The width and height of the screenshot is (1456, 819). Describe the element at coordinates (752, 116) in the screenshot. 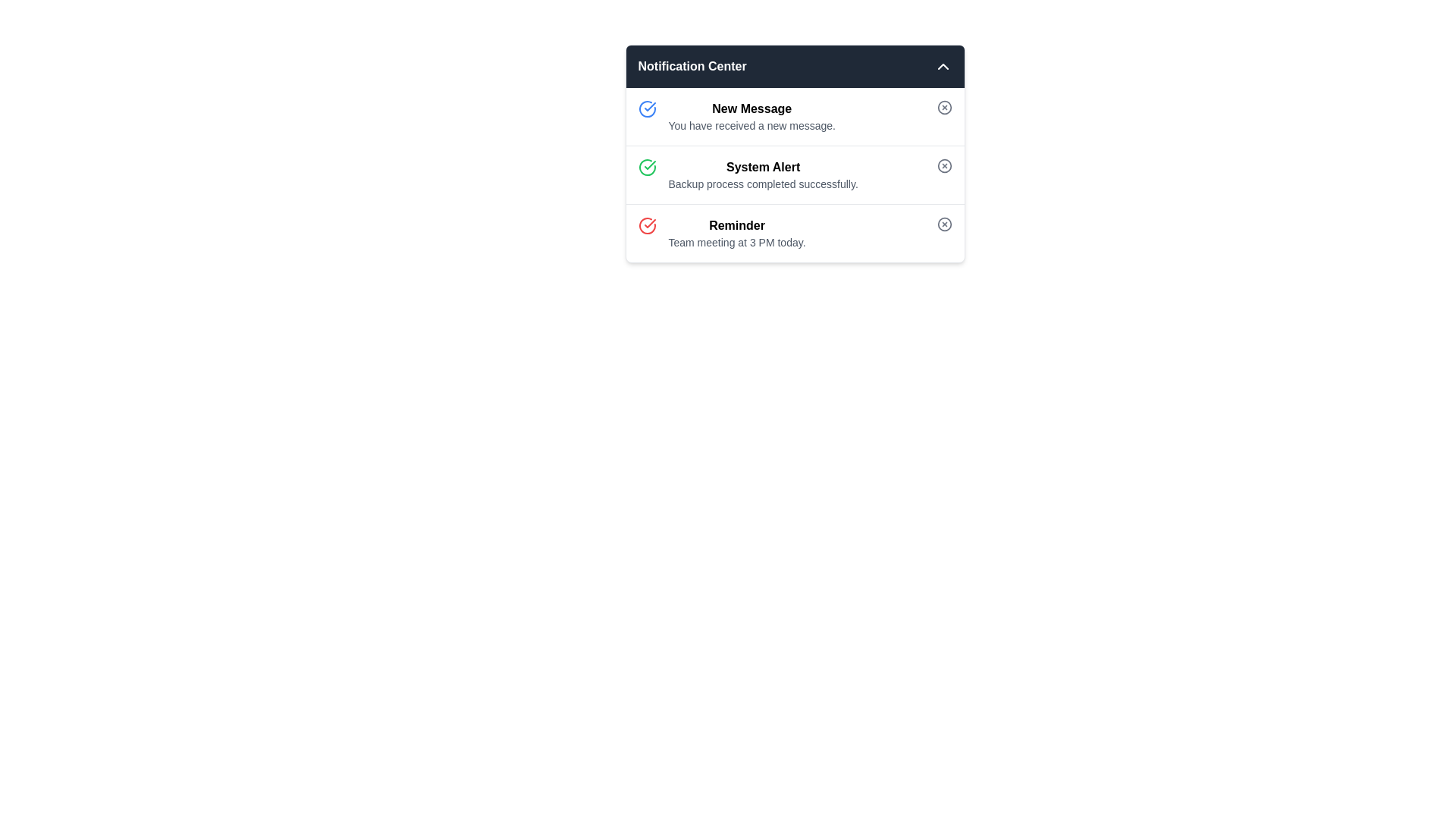

I see `text from the 'New Message' notification entry in the Notification Center which includes the header 'New Message' and the subtext 'You have received a new message.'` at that location.